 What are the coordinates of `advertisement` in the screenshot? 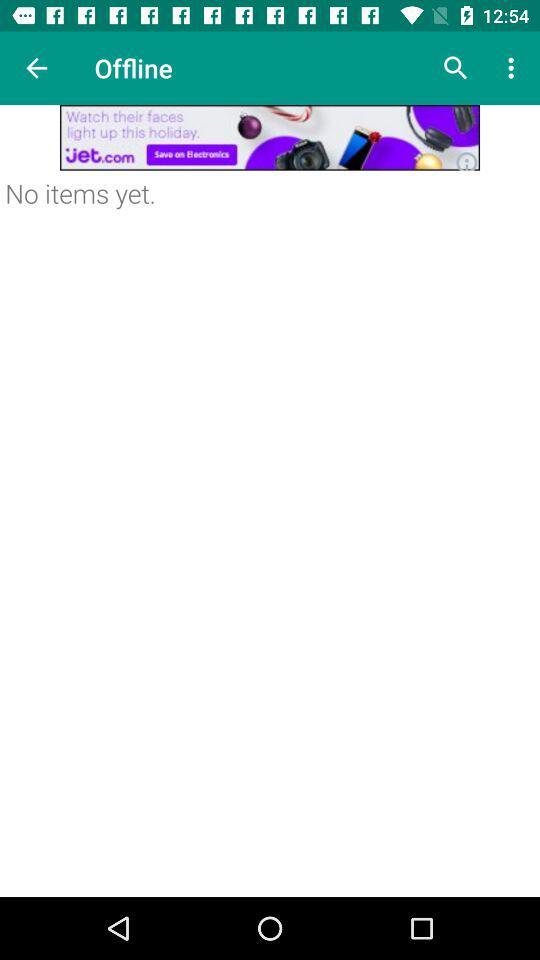 It's located at (270, 136).